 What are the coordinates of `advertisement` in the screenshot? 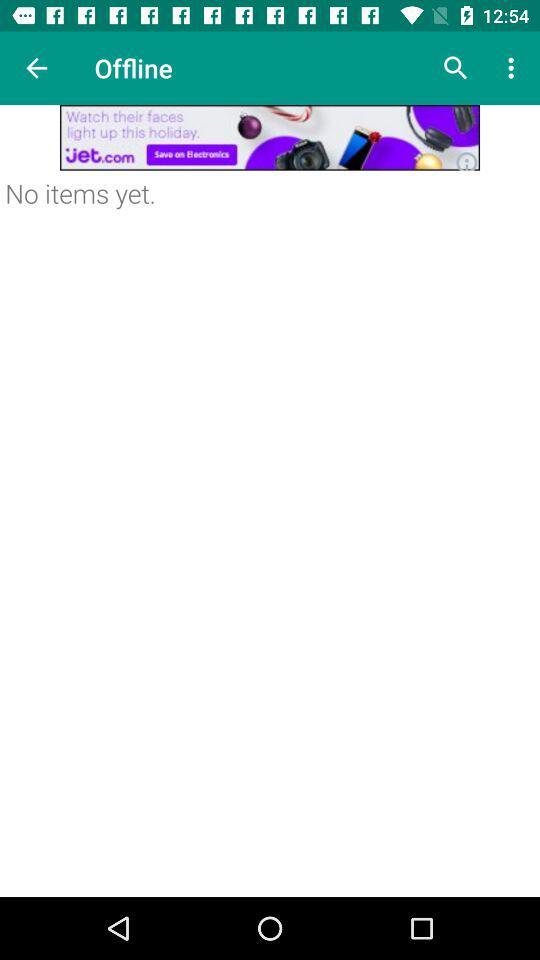 It's located at (270, 136).